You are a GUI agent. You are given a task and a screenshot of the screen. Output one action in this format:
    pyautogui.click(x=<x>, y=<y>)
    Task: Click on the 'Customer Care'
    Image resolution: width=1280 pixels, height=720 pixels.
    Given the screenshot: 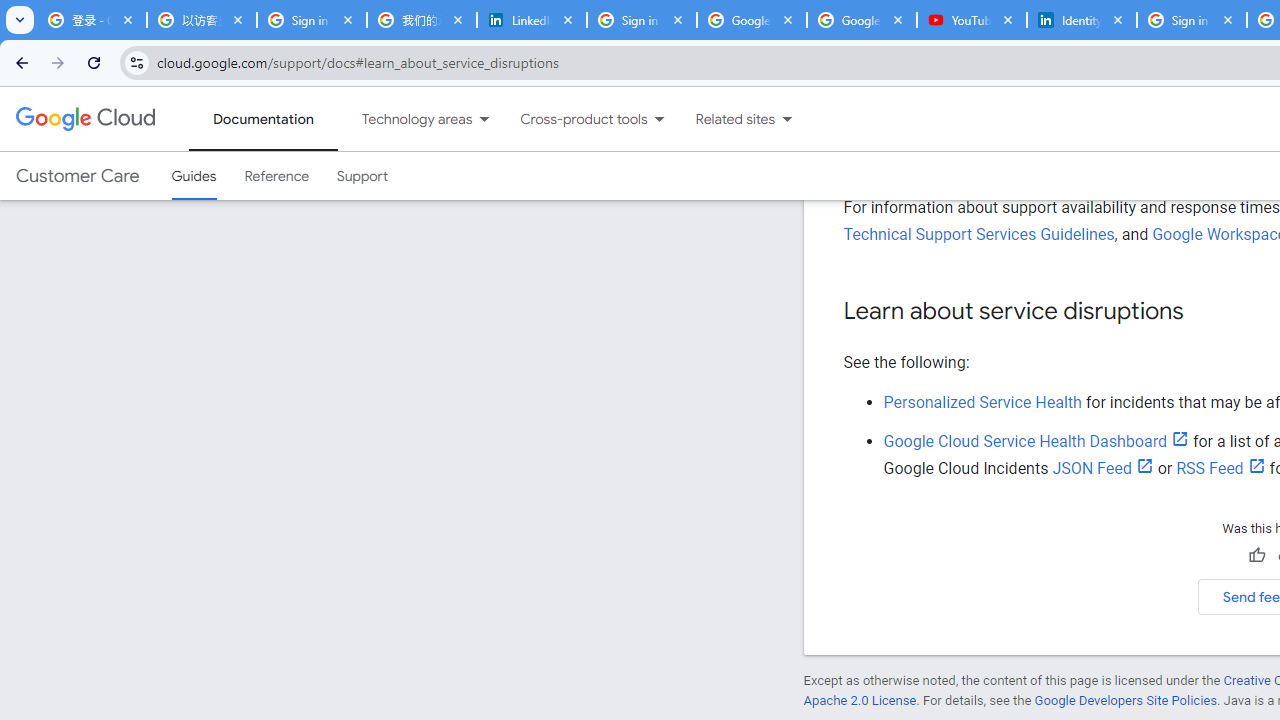 What is the action you would take?
    pyautogui.click(x=77, y=175)
    